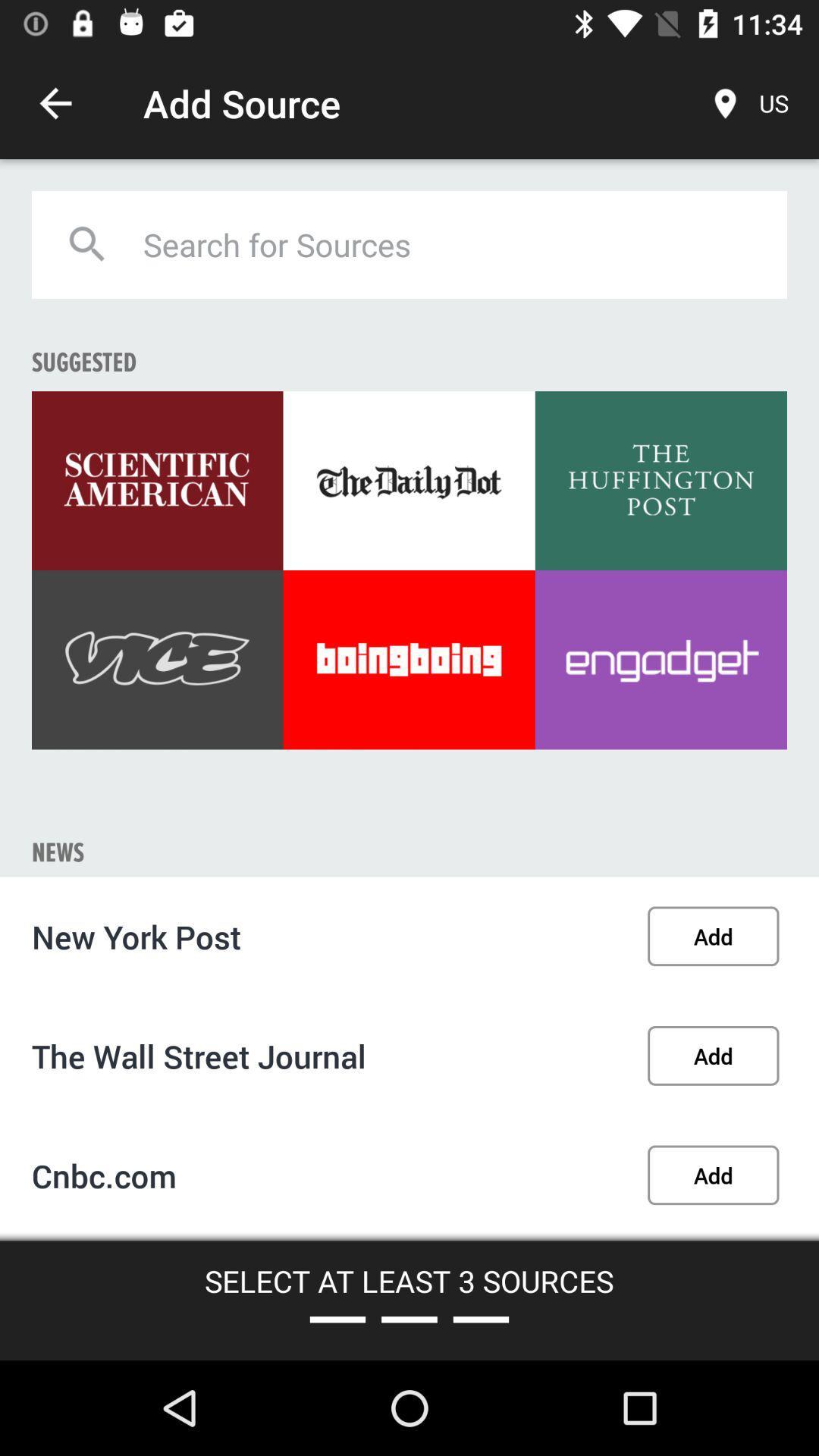 The height and width of the screenshot is (1456, 819). What do you see at coordinates (55, 102) in the screenshot?
I see `the icon next to the add source item` at bounding box center [55, 102].